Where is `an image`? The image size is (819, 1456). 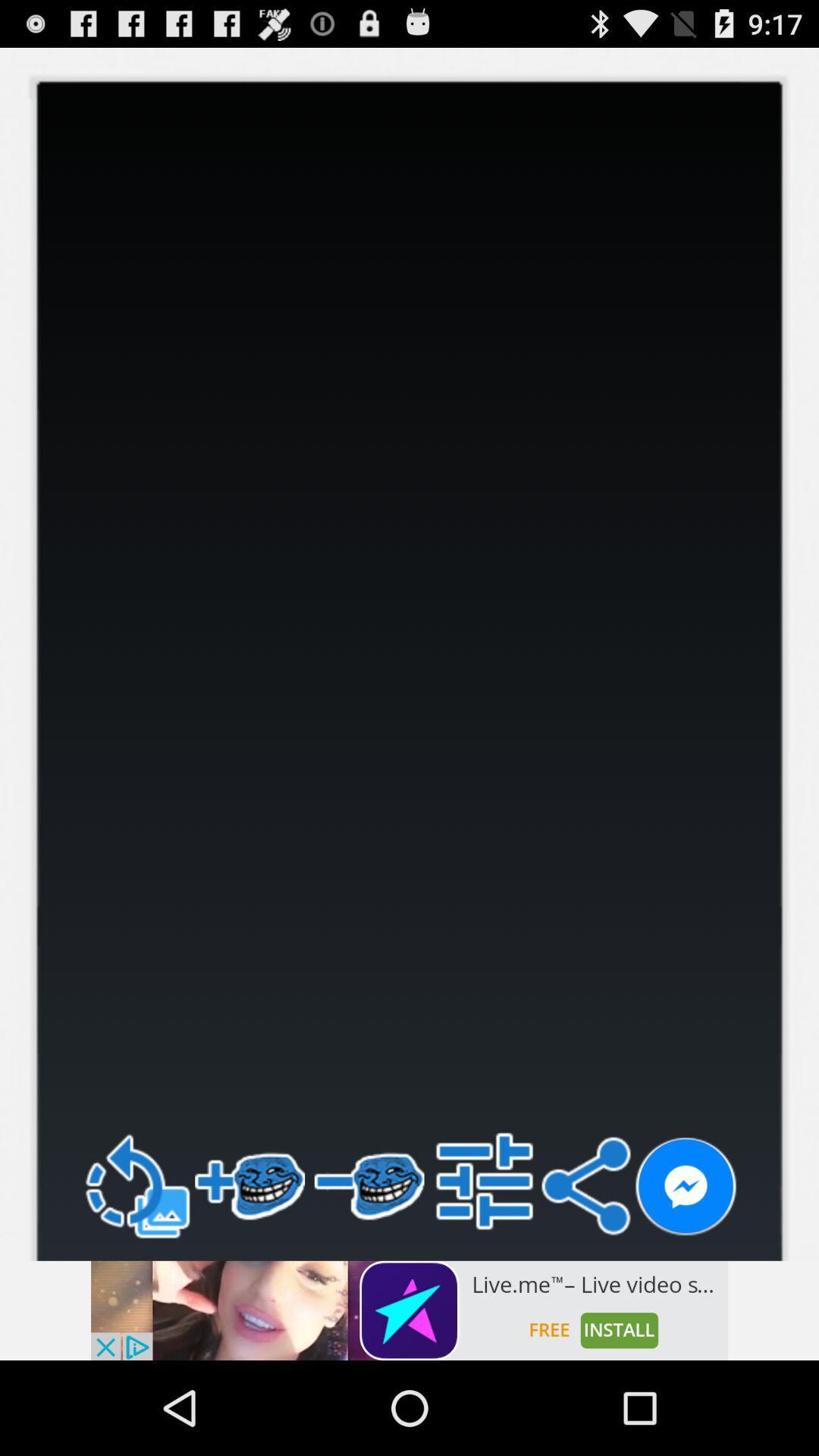
an image is located at coordinates (409, 1310).